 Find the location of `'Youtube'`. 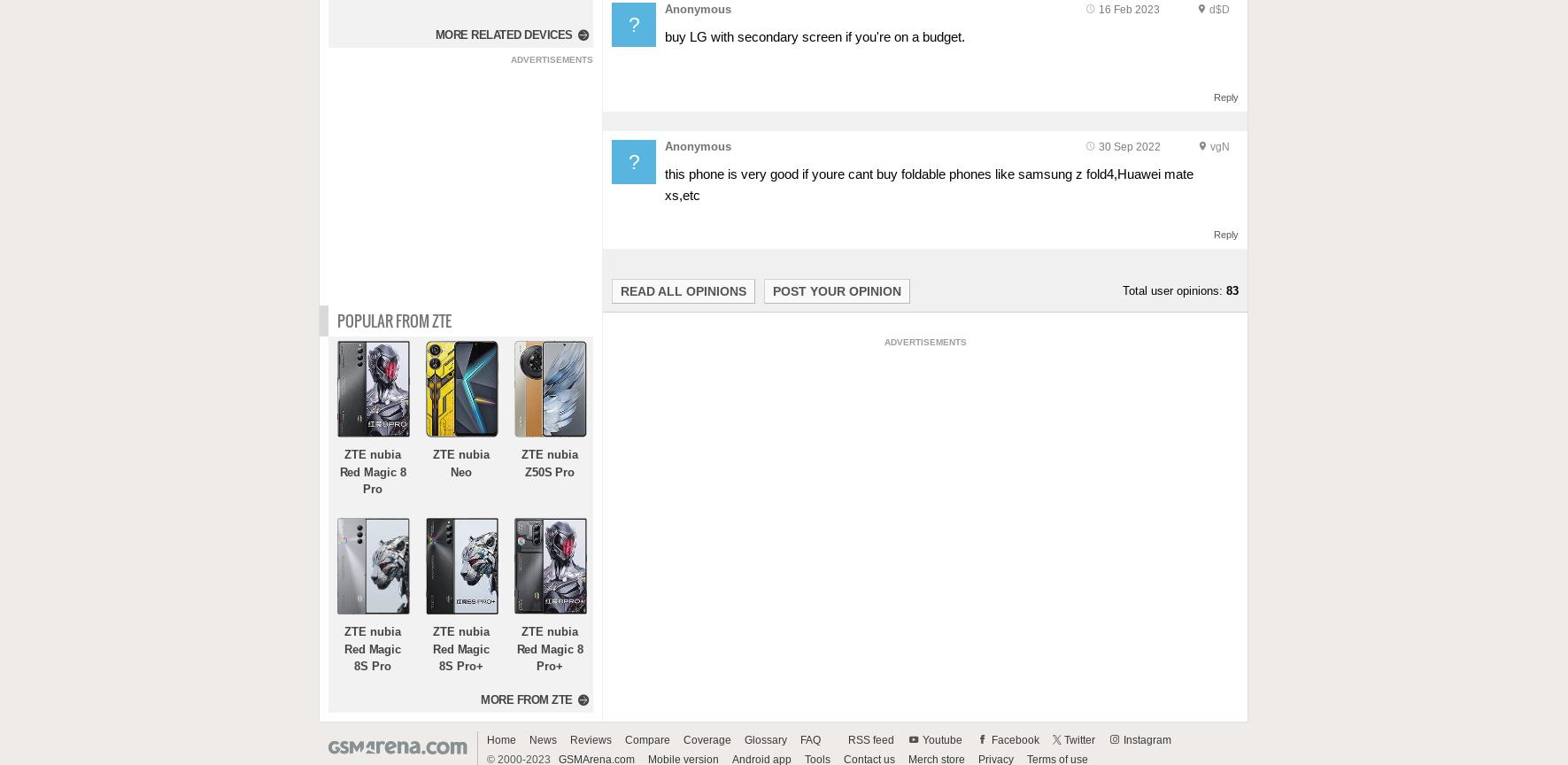

'Youtube' is located at coordinates (922, 738).